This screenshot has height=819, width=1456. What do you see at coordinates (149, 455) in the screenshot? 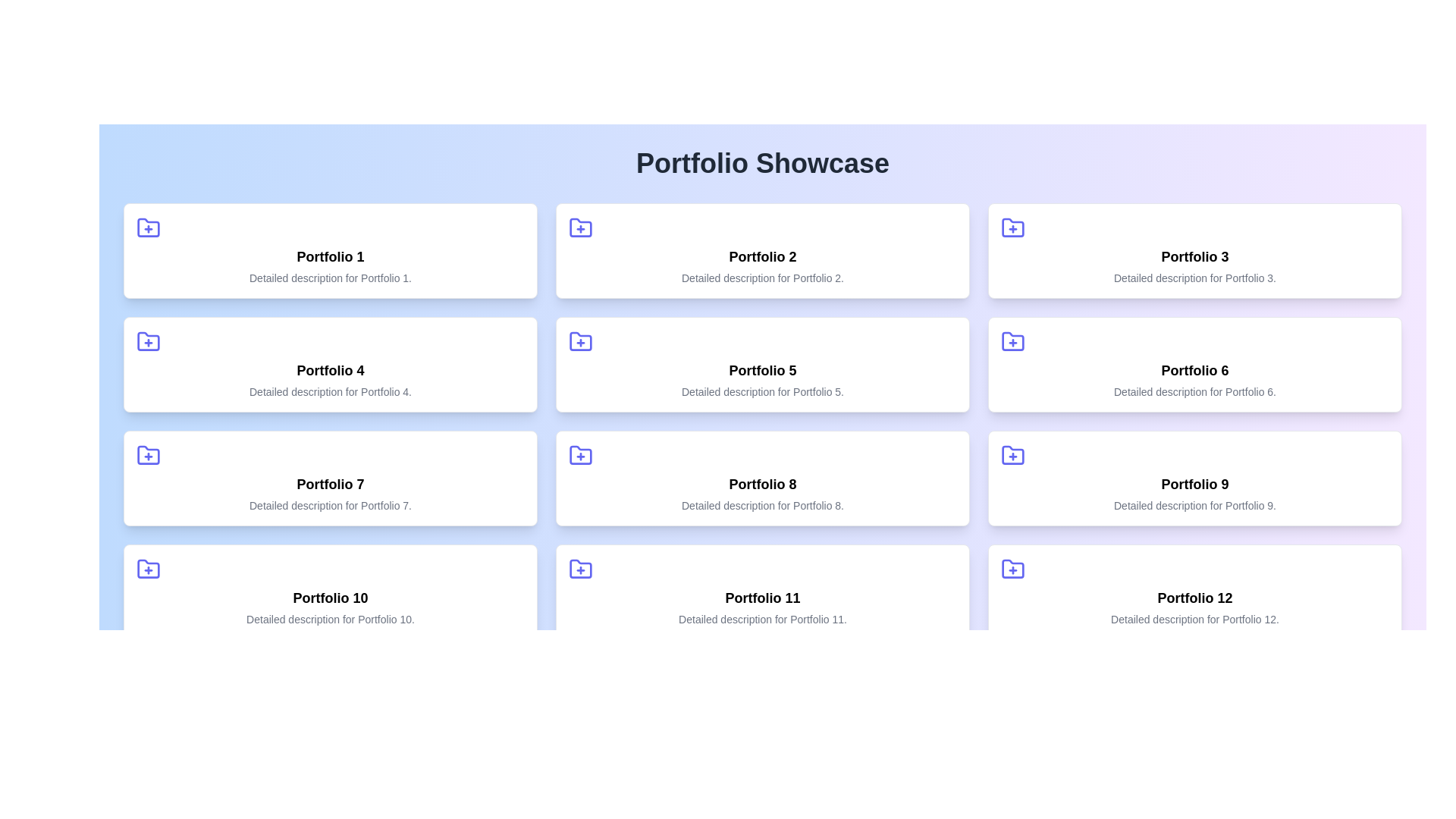
I see `the Icon Button located in the top-left corner of the 'Portfolio 7' card` at bounding box center [149, 455].